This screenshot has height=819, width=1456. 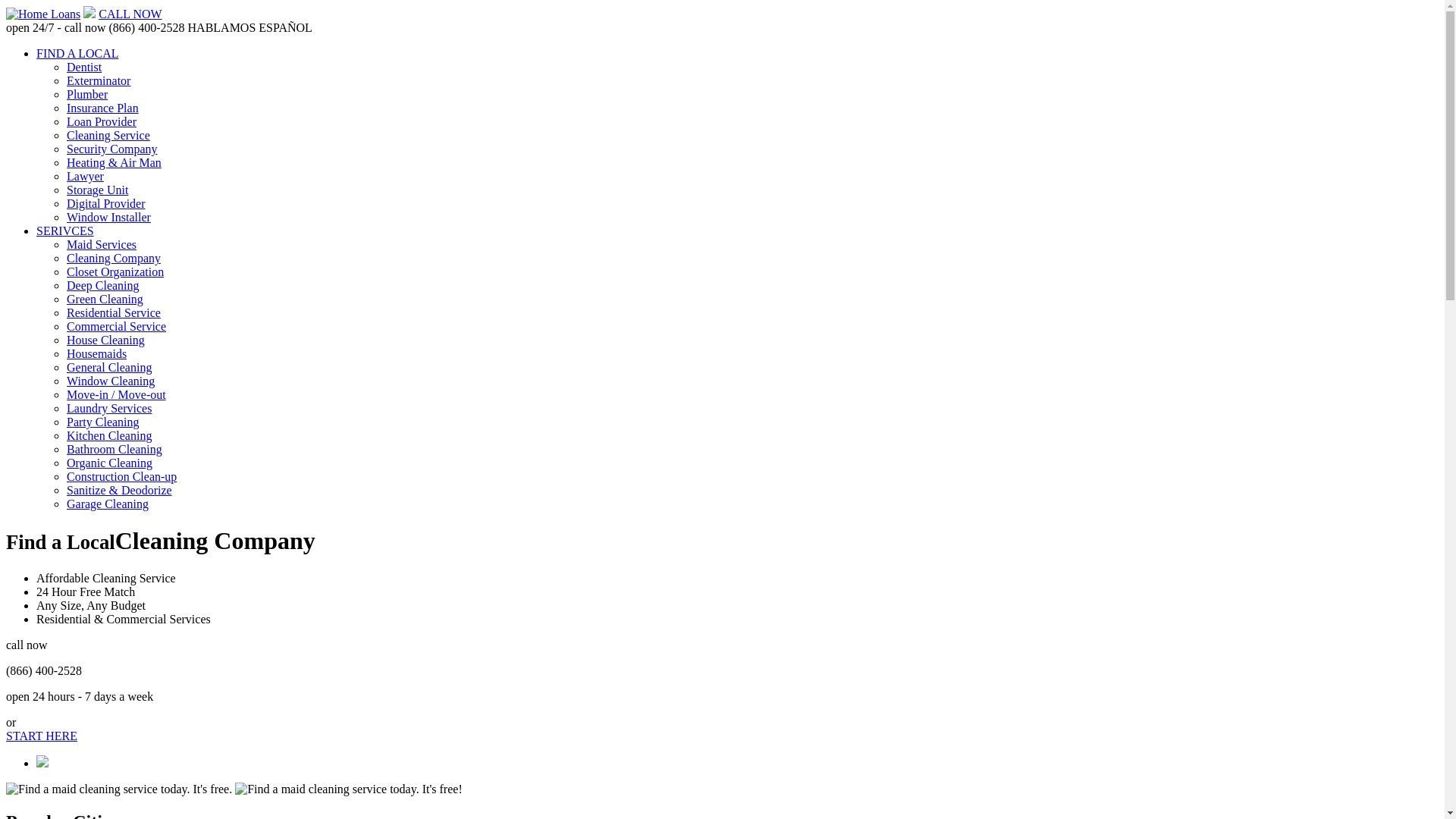 What do you see at coordinates (130, 14) in the screenshot?
I see `'CALL NOW'` at bounding box center [130, 14].